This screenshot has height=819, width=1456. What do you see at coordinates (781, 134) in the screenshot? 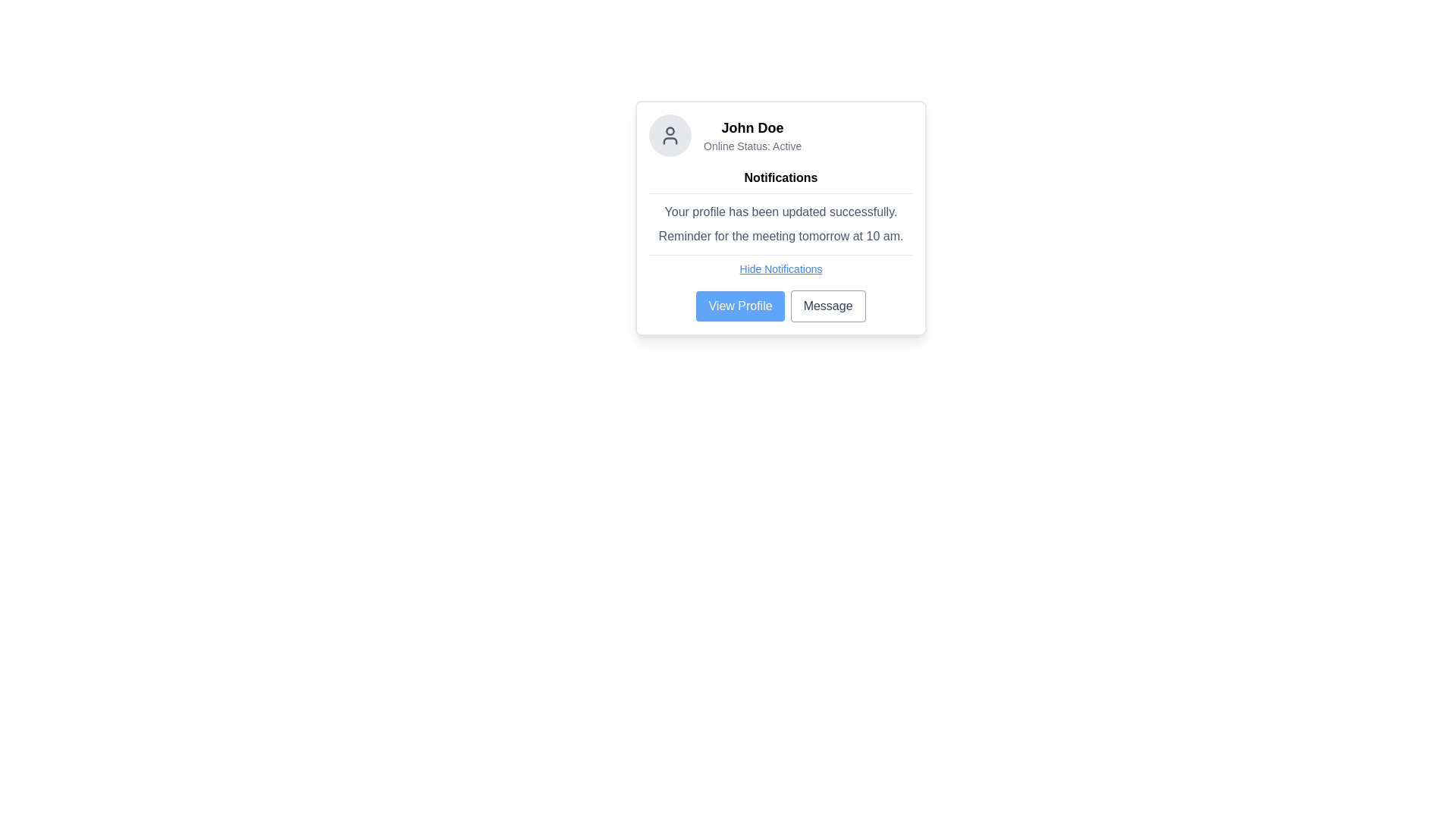
I see `the user's name in the Profile header section` at bounding box center [781, 134].